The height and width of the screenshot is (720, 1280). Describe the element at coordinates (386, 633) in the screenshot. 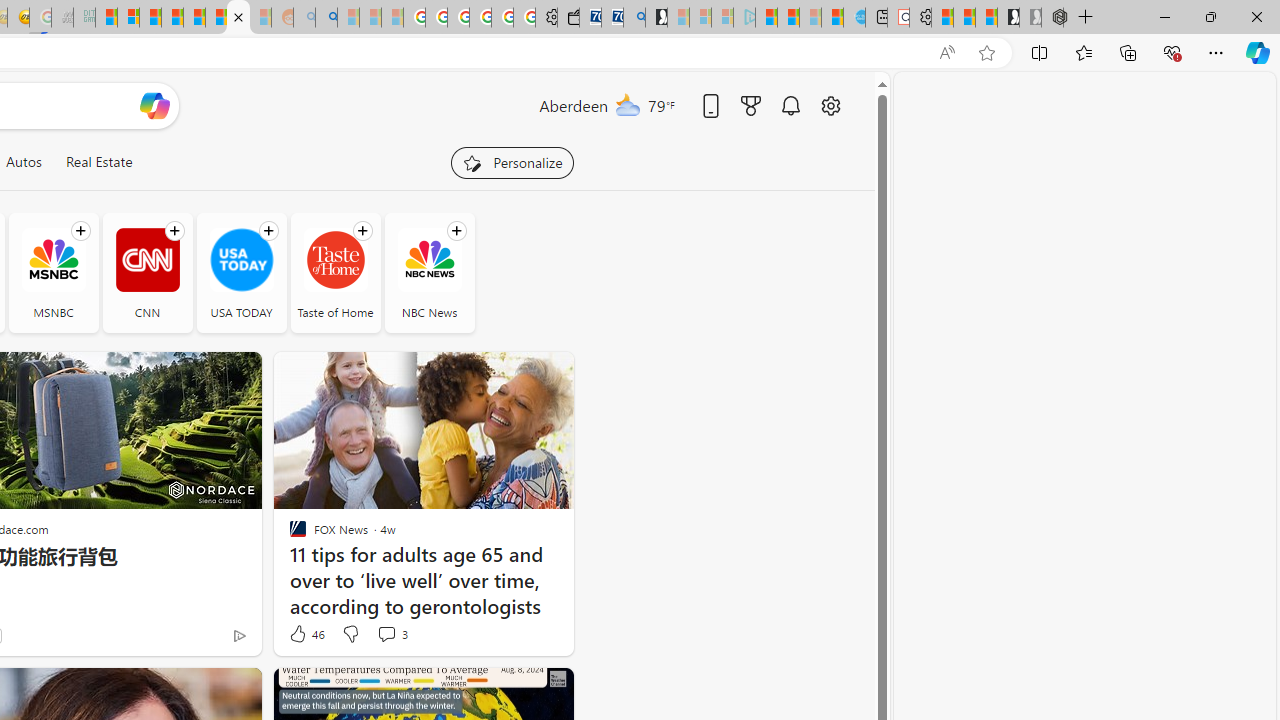

I see `'View comments 3 Comment'` at that location.